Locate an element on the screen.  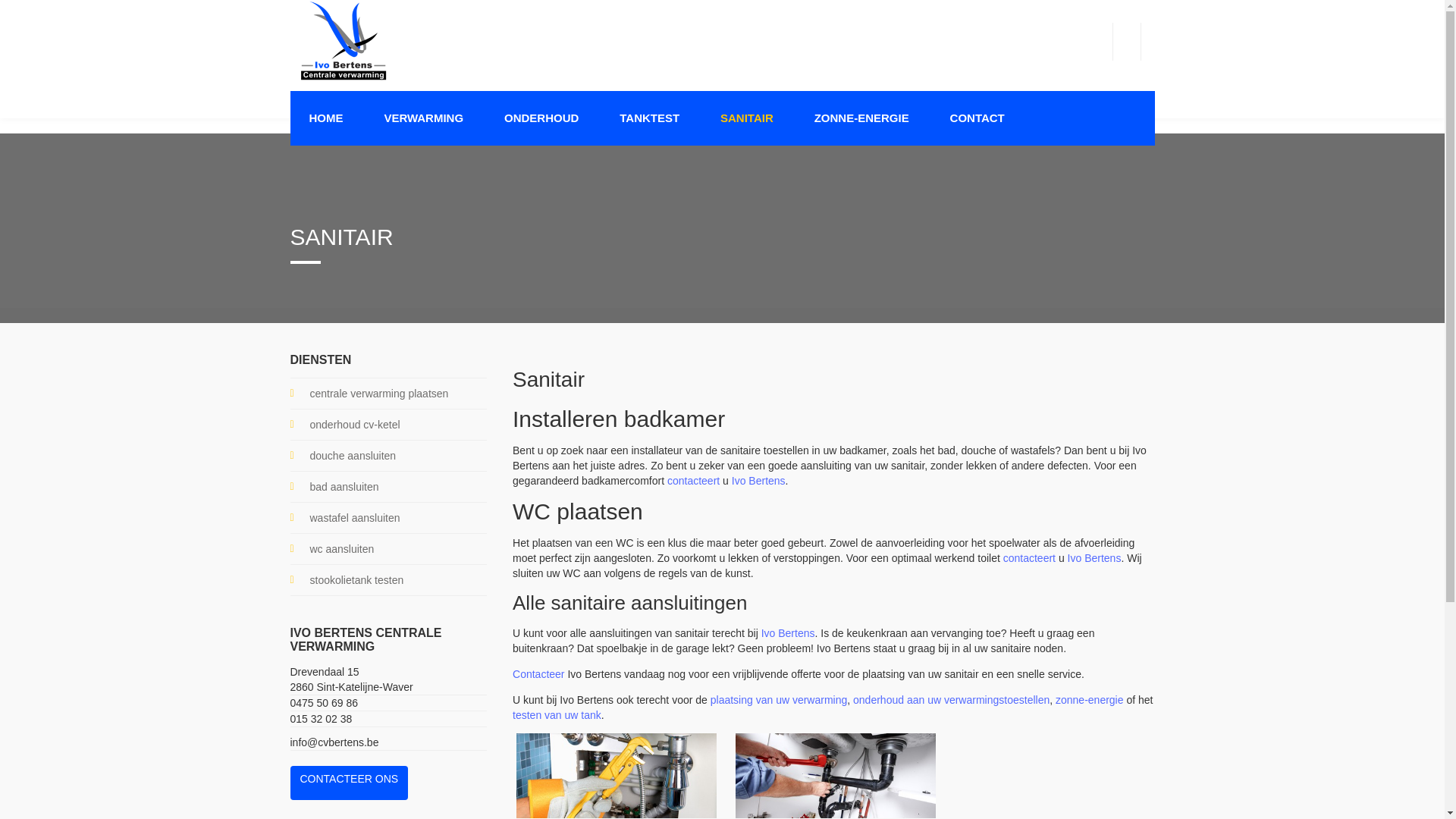
'plaatsing van uw verwarming' is located at coordinates (779, 698).